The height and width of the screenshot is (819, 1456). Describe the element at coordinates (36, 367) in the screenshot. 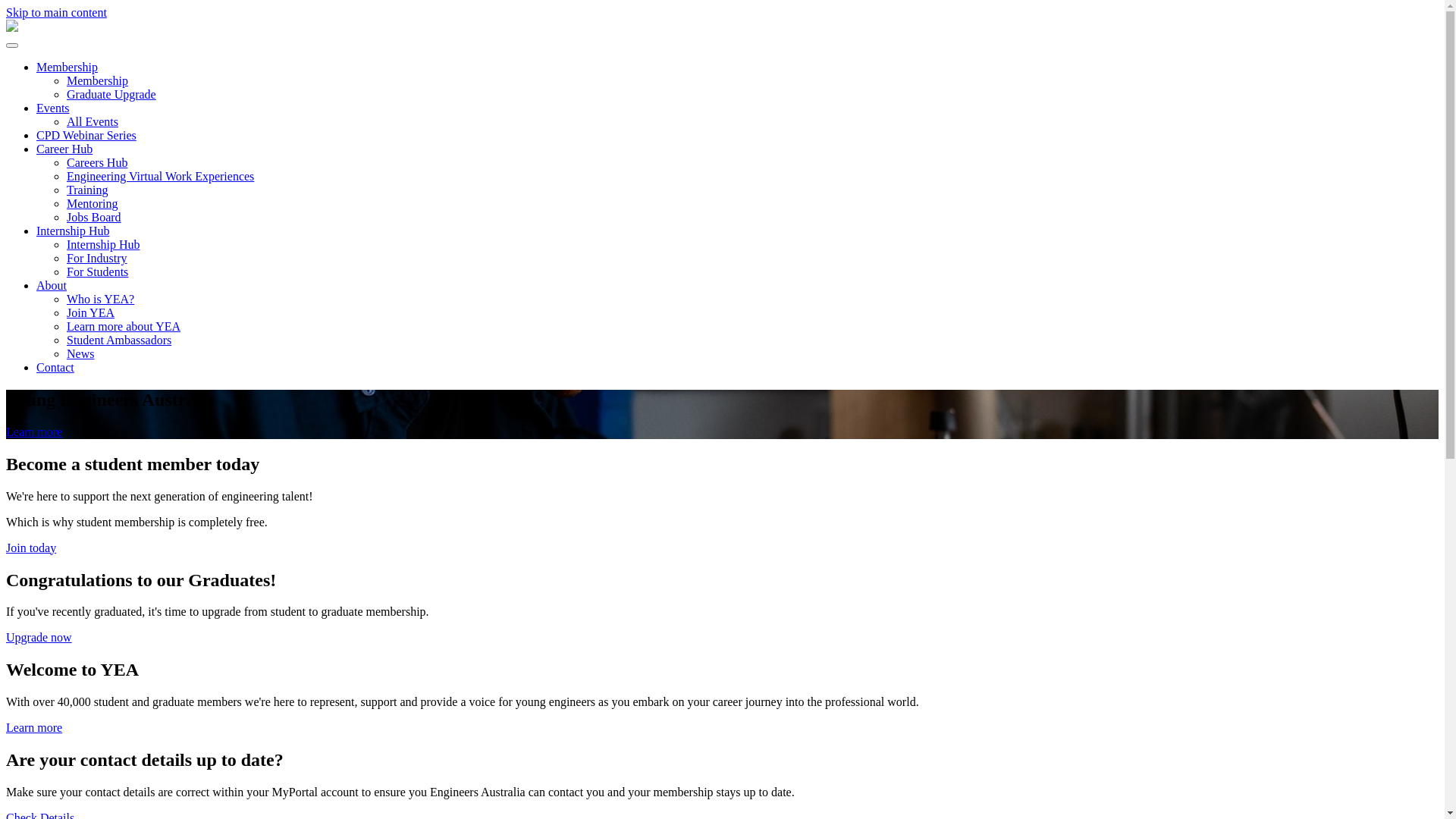

I see `'Contact'` at that location.